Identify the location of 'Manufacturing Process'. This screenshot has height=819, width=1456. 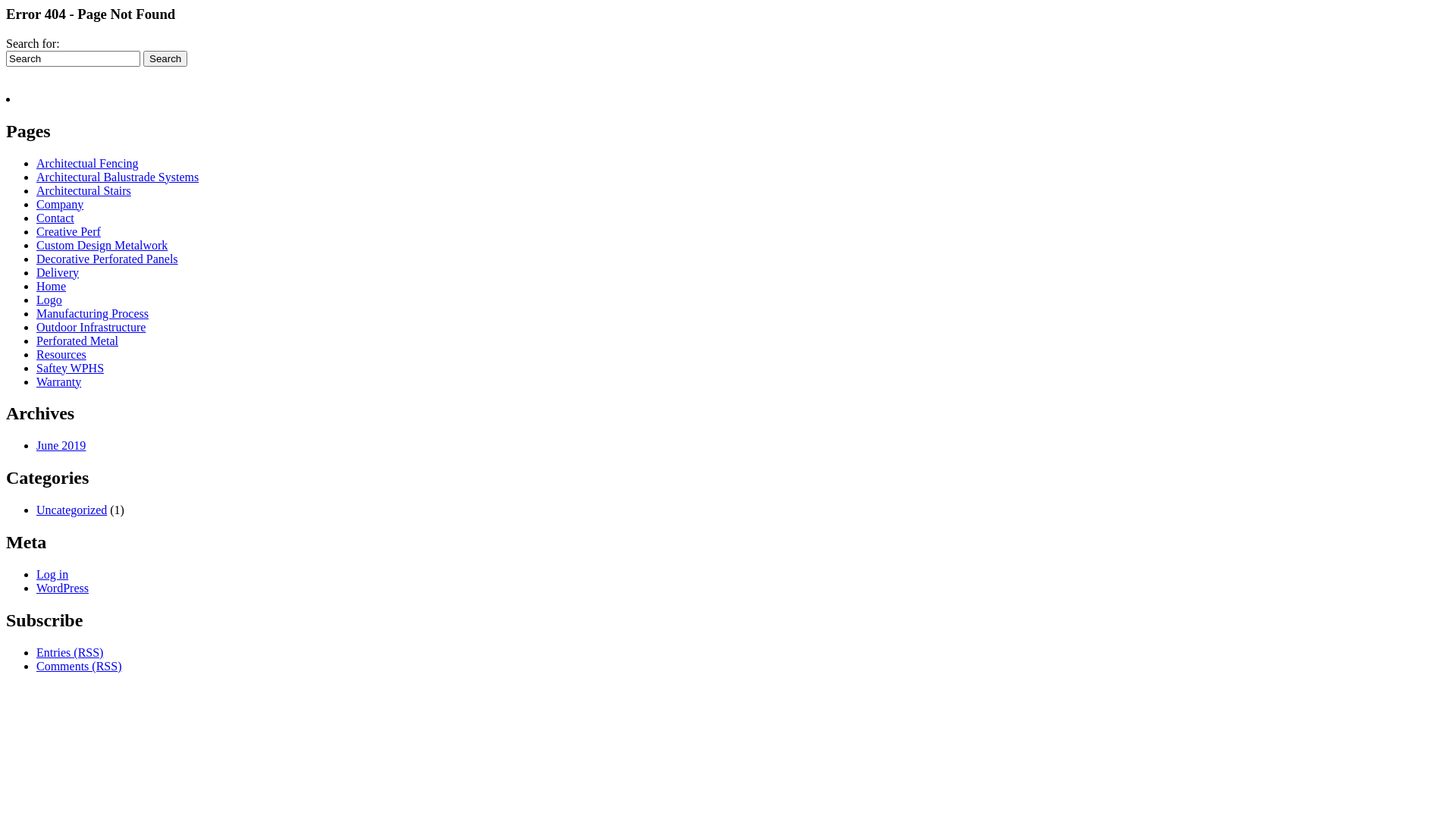
(91, 312).